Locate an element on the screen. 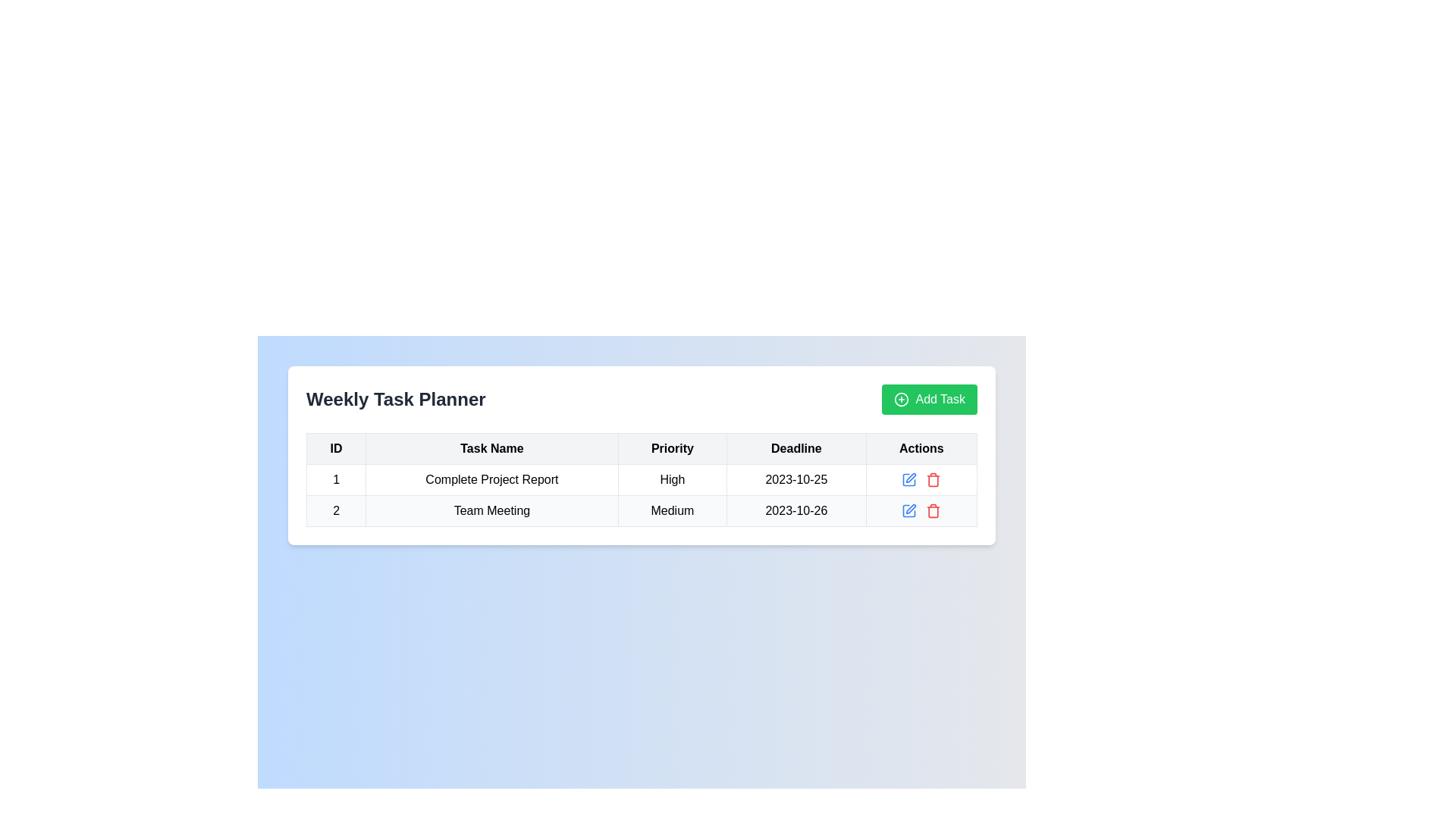  the Table Header Cell that serves as the header for the 'Actions' column, located in the top row of the table layout is located at coordinates (921, 447).